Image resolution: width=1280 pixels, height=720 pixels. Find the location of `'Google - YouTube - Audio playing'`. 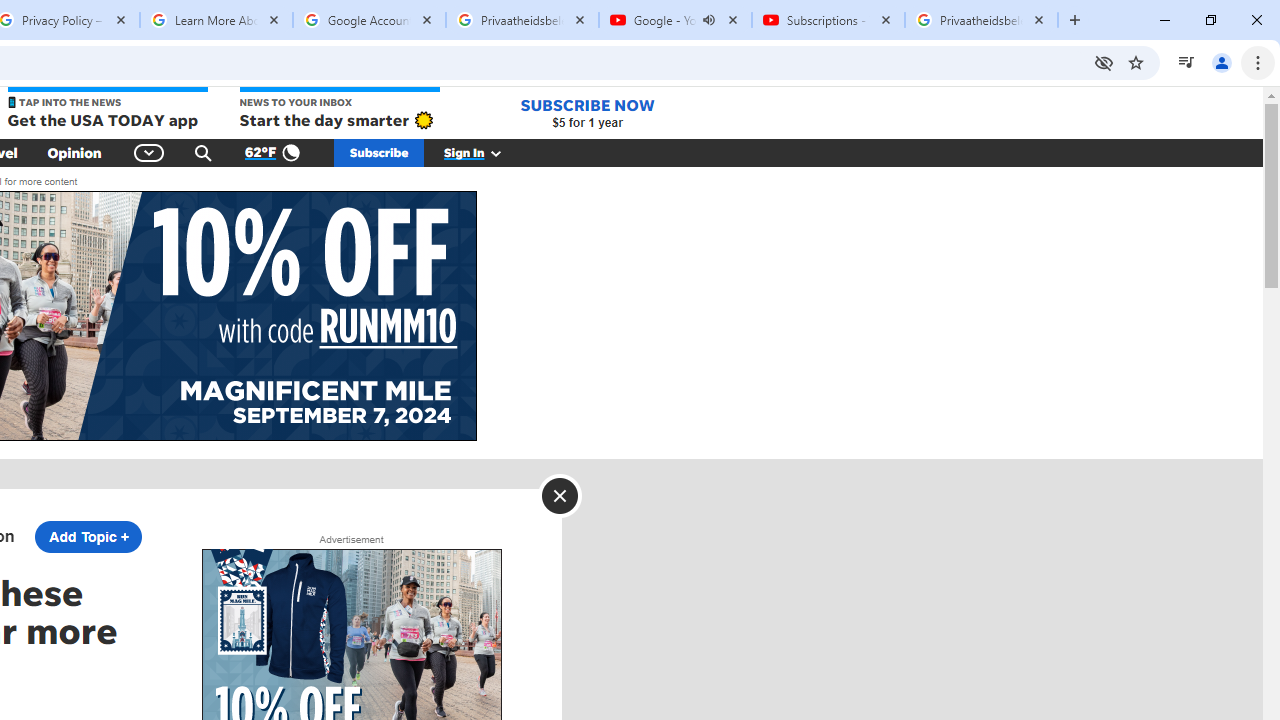

'Google - YouTube - Audio playing' is located at coordinates (675, 20).